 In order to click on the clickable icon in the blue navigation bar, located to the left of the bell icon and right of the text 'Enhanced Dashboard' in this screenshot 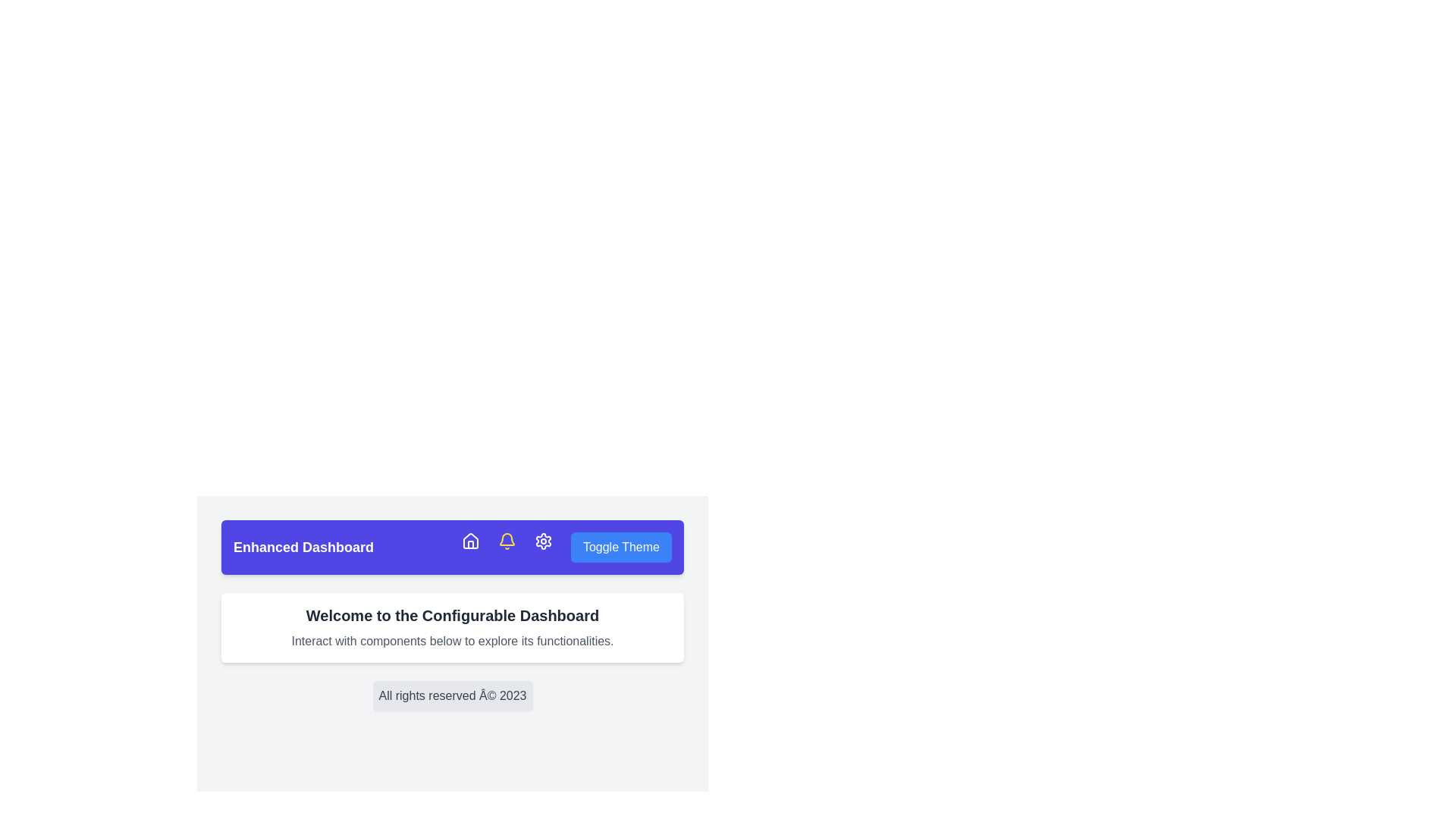, I will do `click(469, 540)`.